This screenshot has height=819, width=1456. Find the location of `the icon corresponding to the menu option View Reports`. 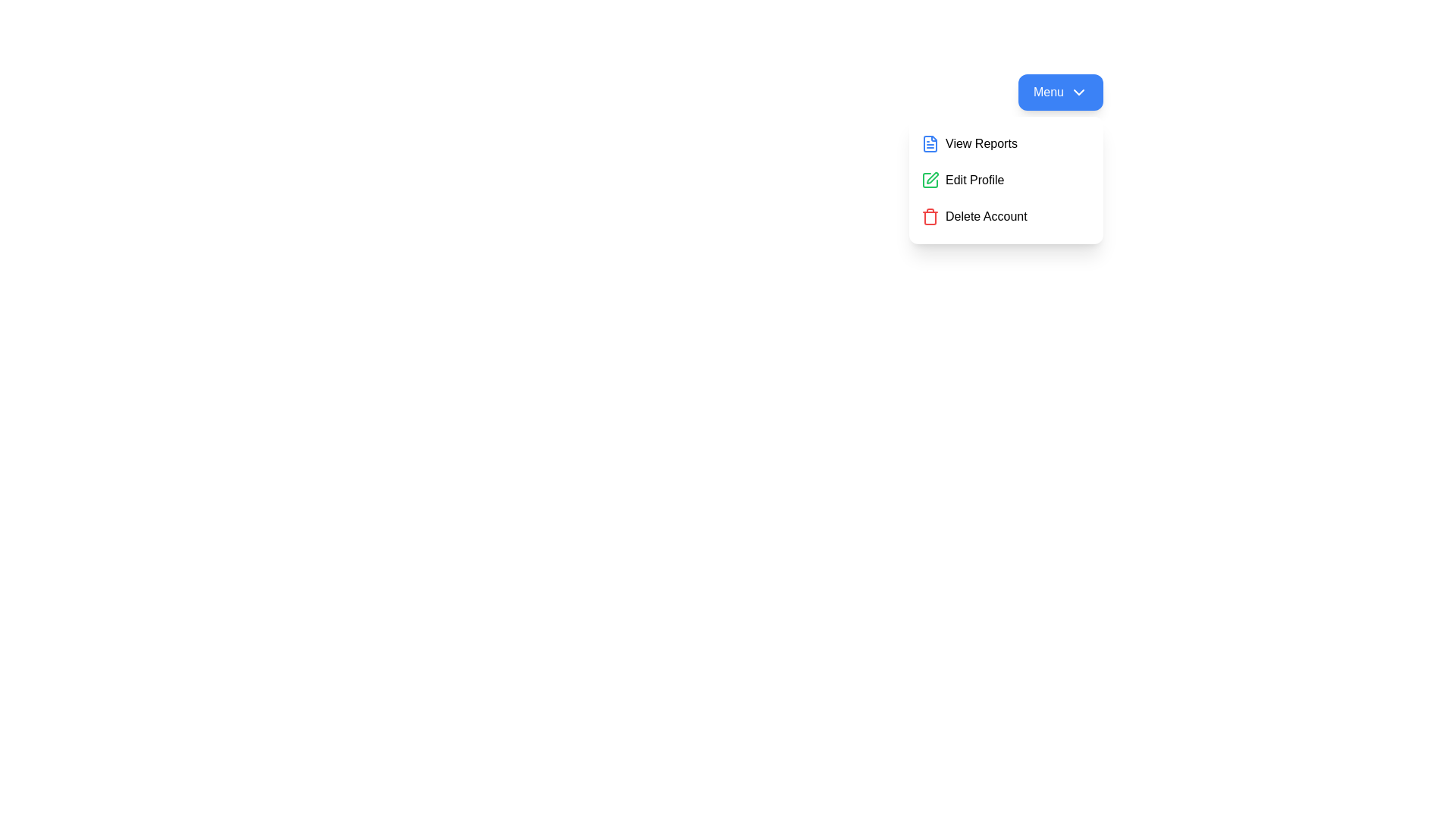

the icon corresponding to the menu option View Reports is located at coordinates (930, 143).